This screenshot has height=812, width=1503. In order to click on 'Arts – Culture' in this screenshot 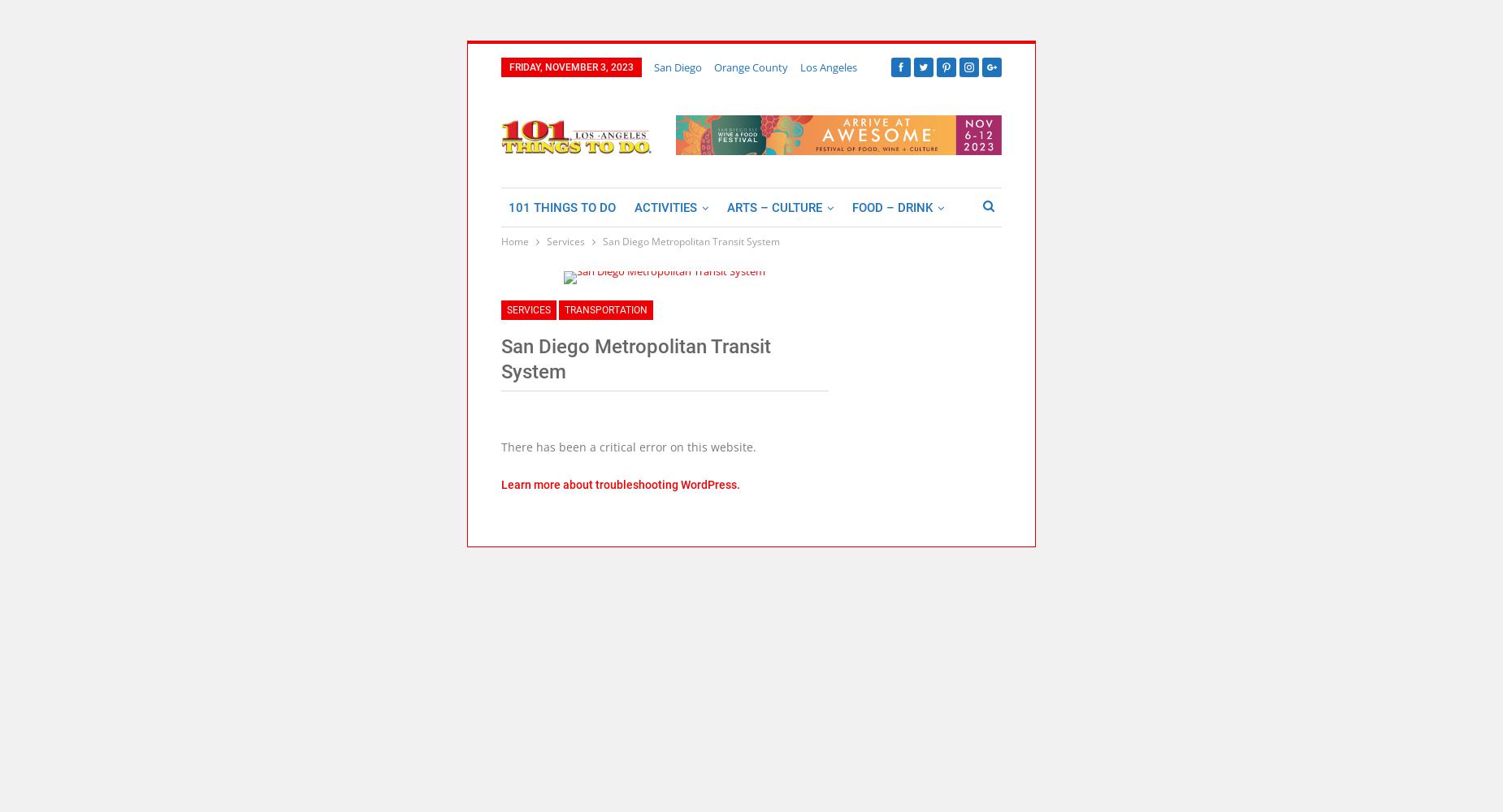, I will do `click(773, 207)`.